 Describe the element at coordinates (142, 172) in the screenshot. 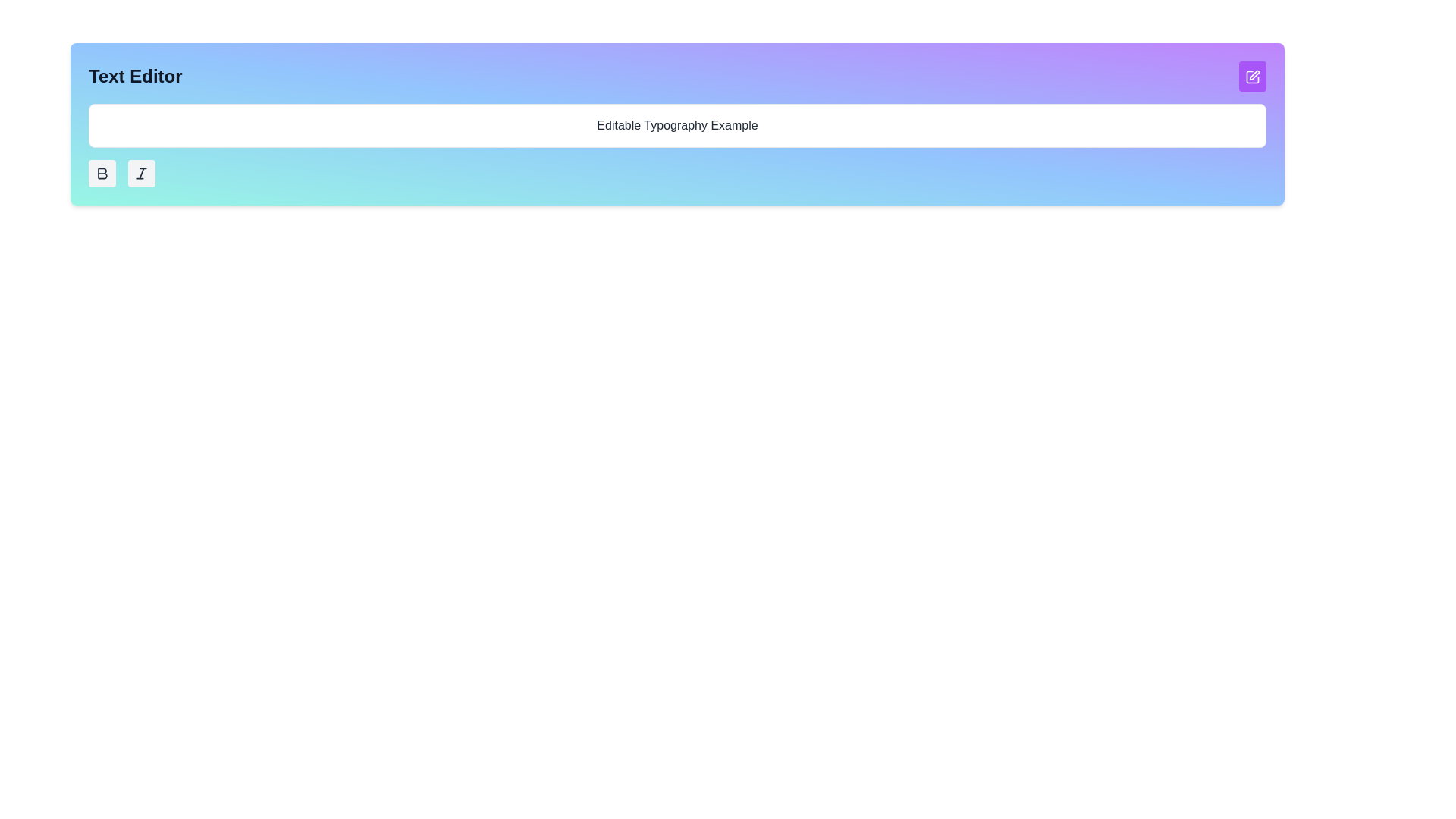

I see `the rounded button with a light gray background and an italicized 'I' icon` at that location.